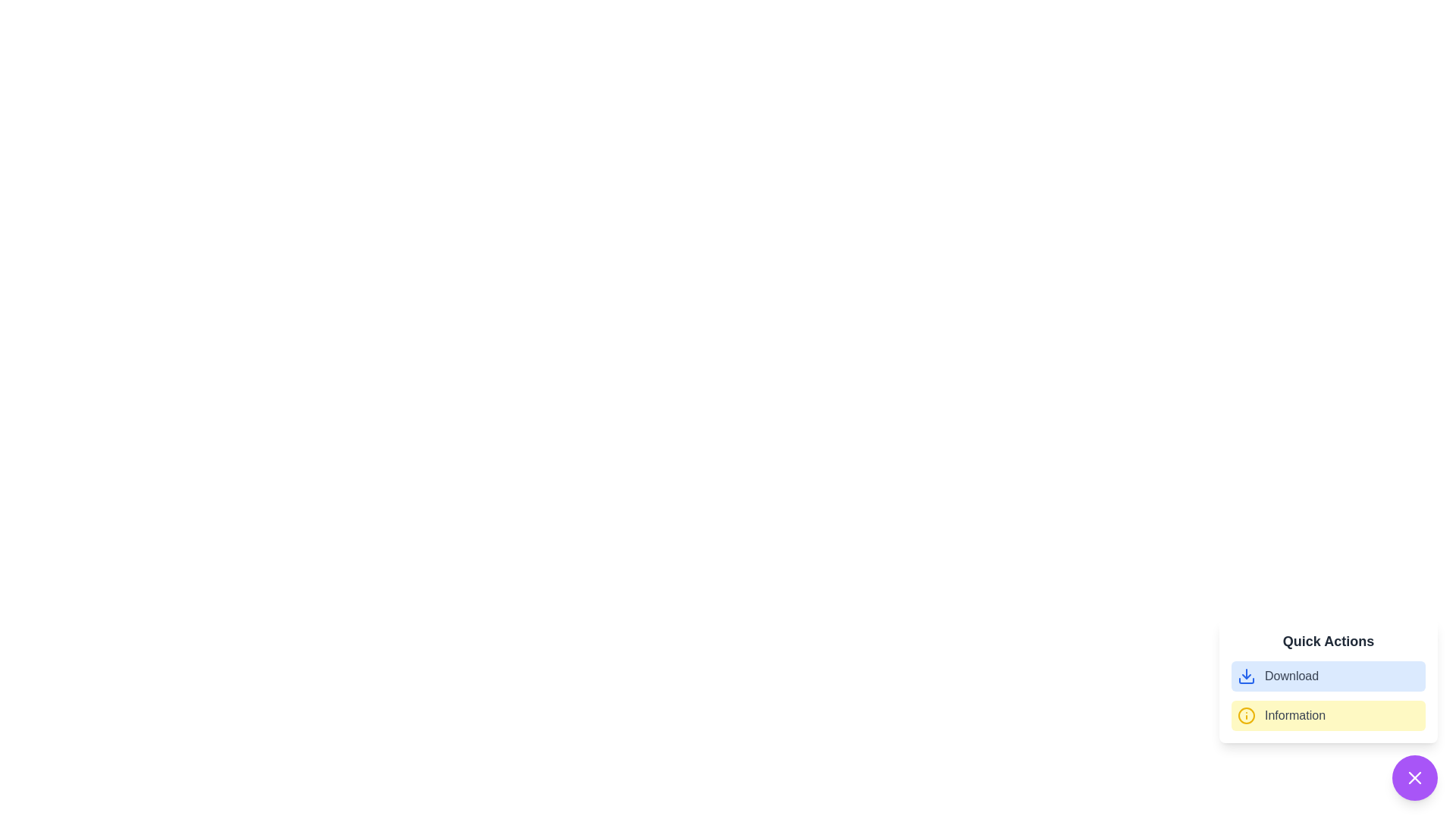 The width and height of the screenshot is (1456, 819). I want to click on the 'X' symbol inside the purple circular button located in the bottom-right corner of the interface, so click(1414, 778).